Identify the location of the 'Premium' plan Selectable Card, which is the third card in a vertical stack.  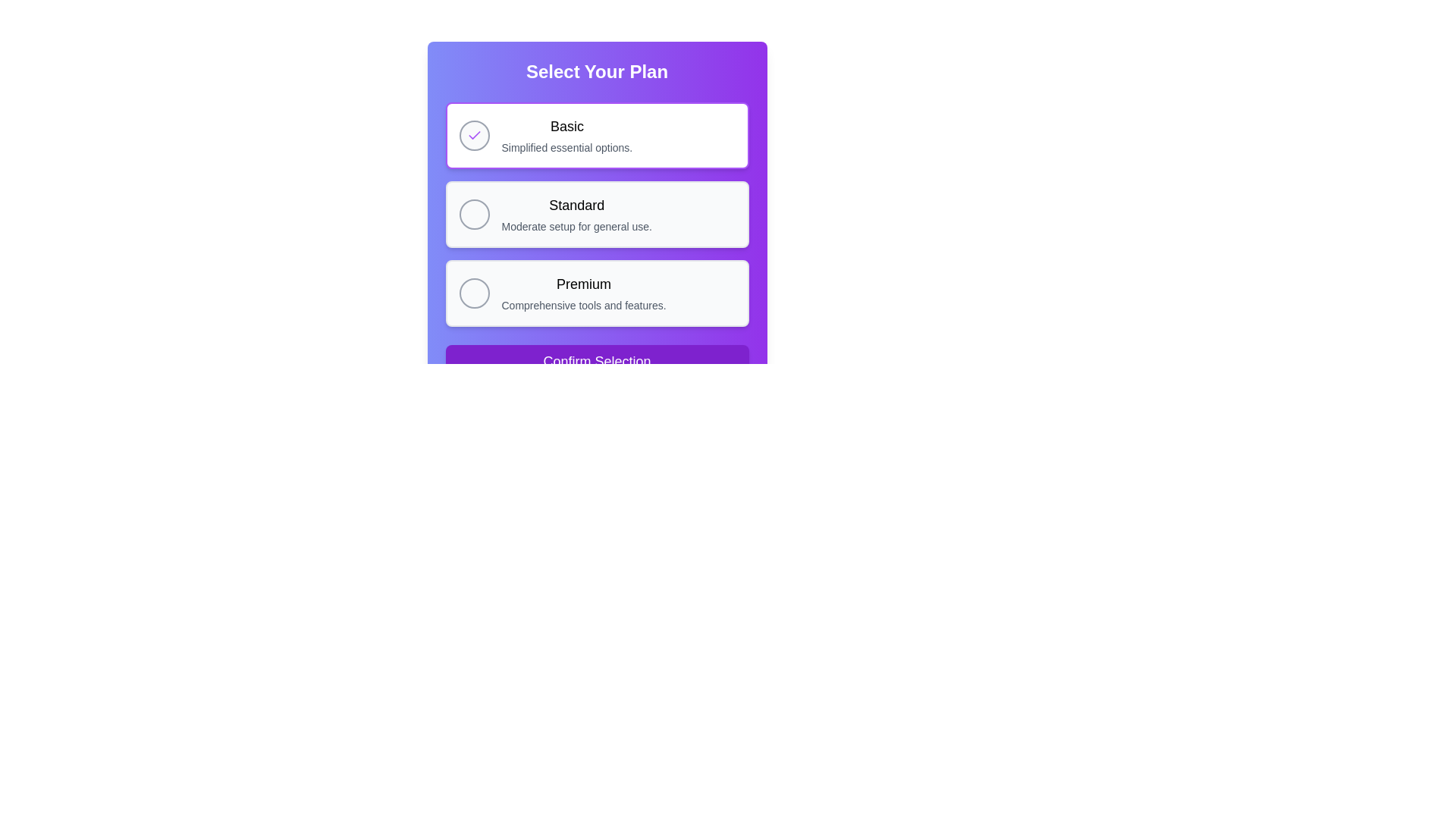
(596, 293).